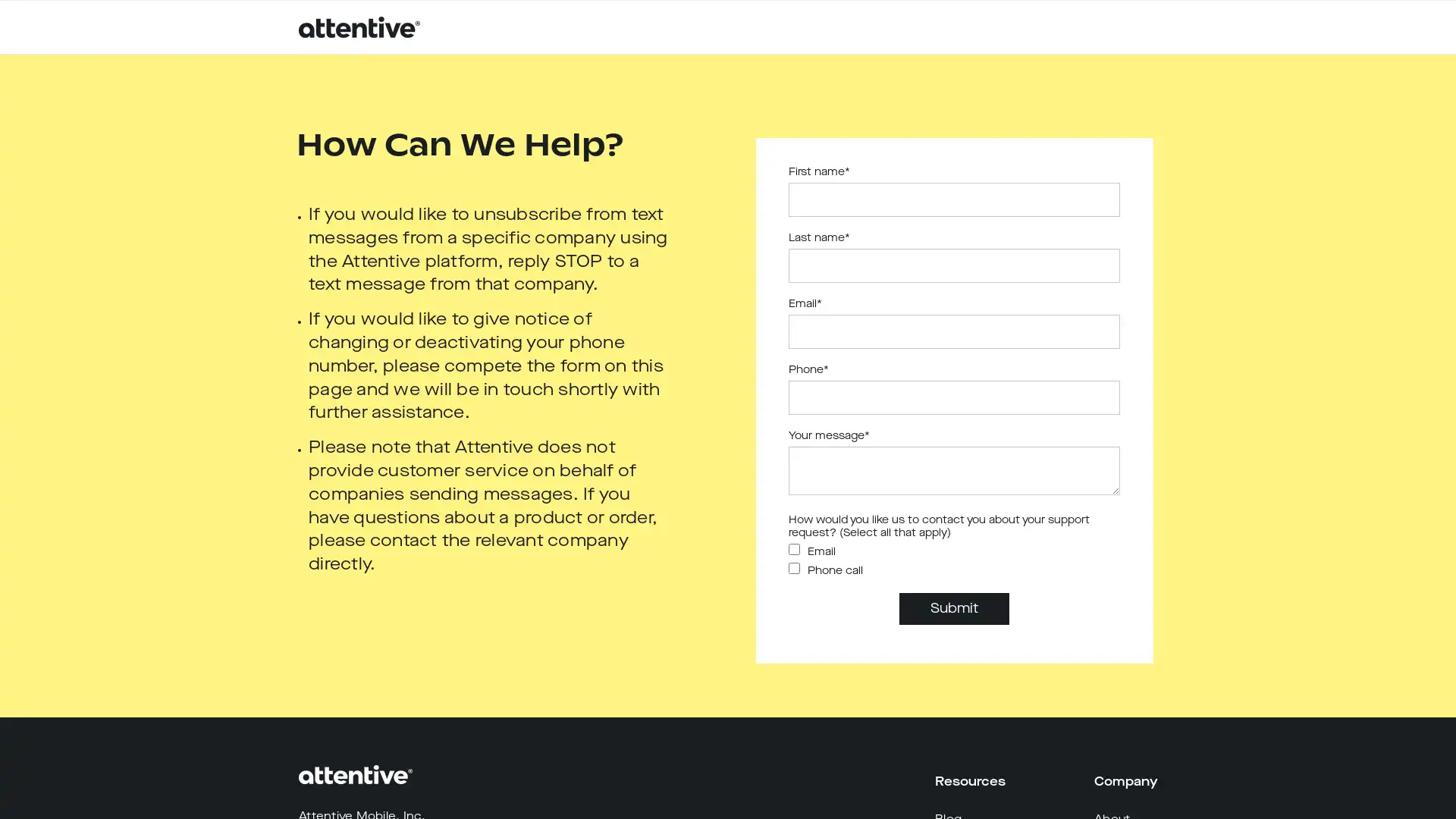 The height and width of the screenshot is (819, 1456). I want to click on Submit, so click(953, 607).